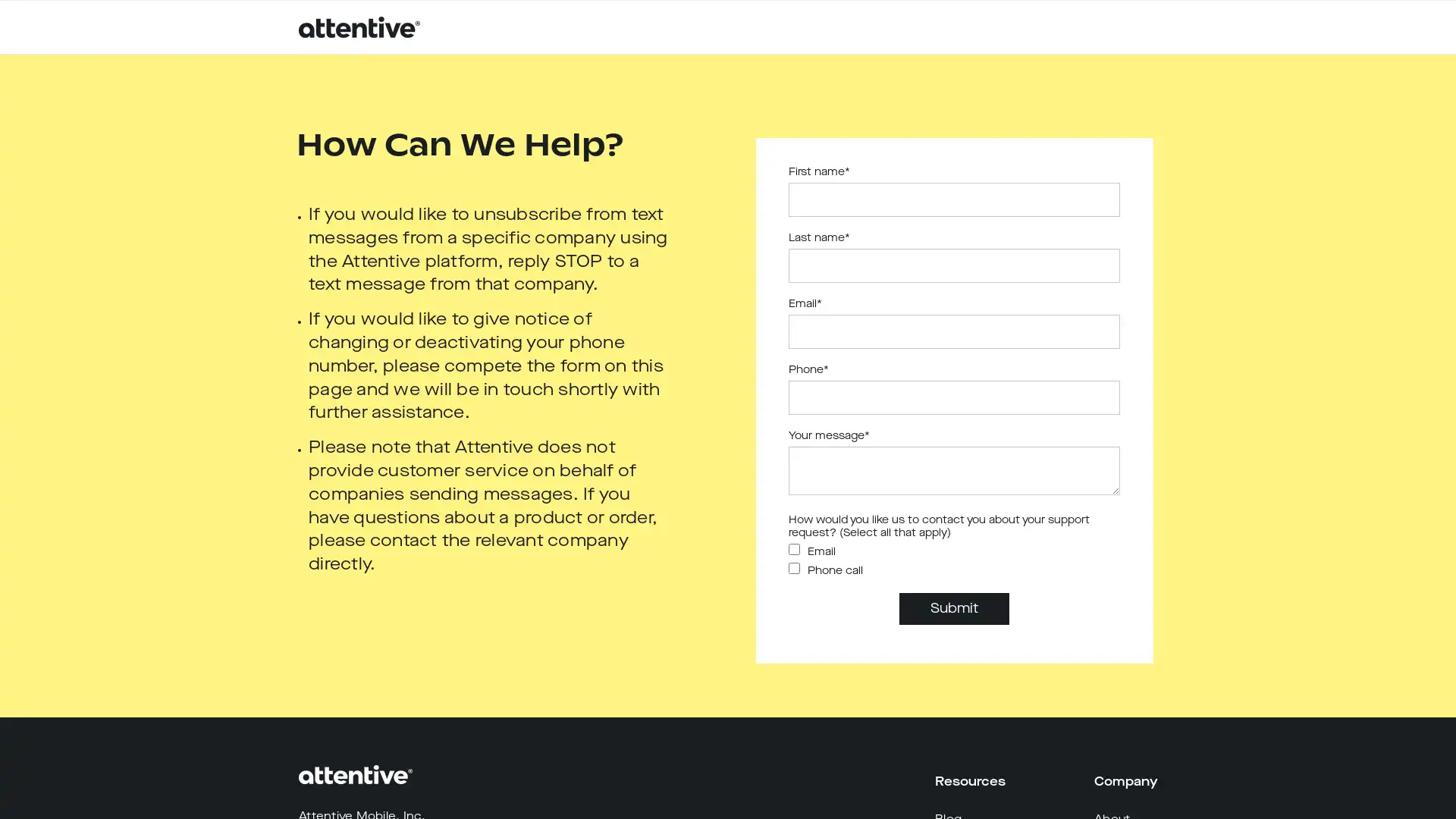 The height and width of the screenshot is (819, 1456). I want to click on Submit, so click(953, 607).